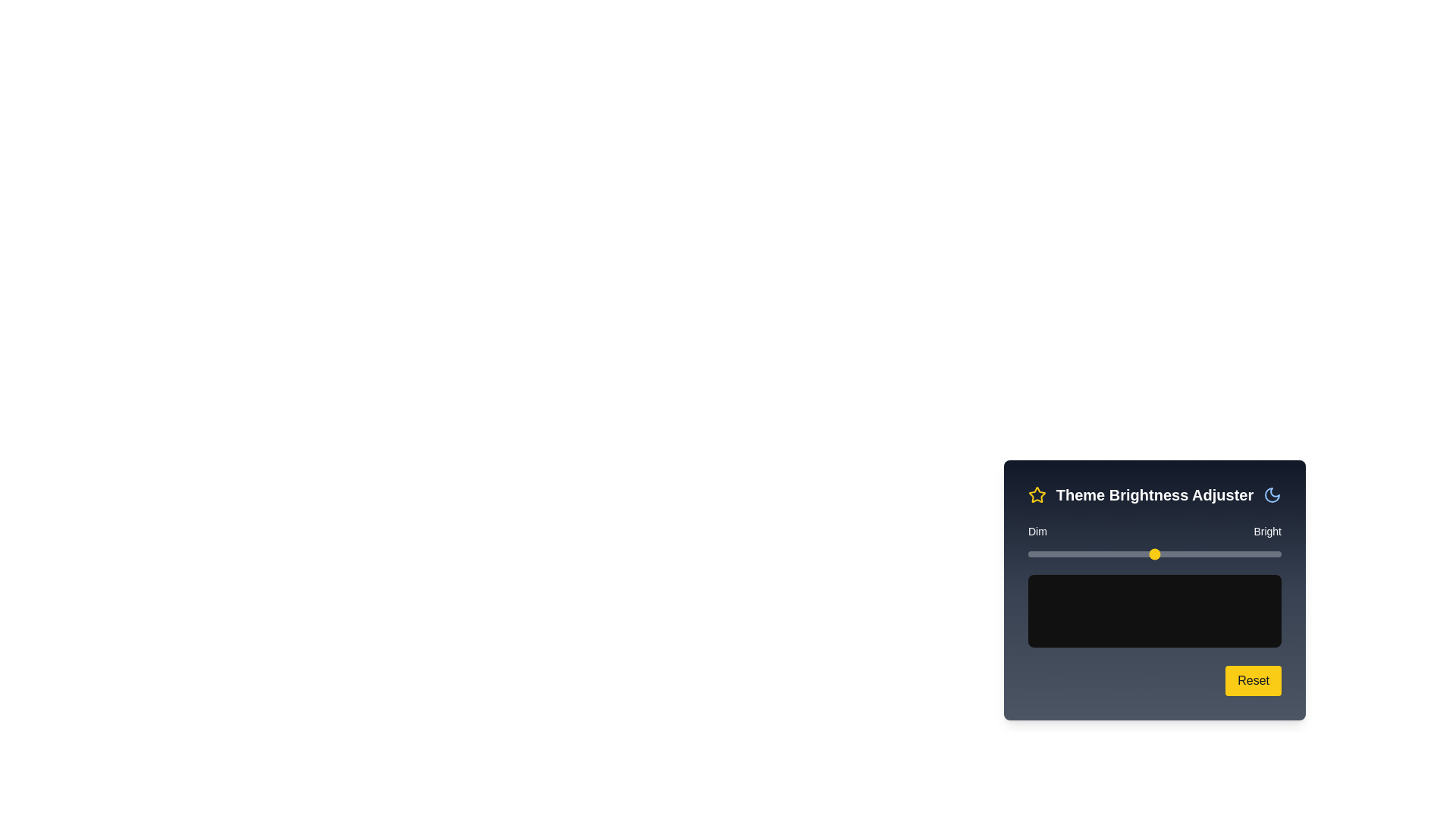 The width and height of the screenshot is (1456, 819). What do you see at coordinates (1278, 554) in the screenshot?
I see `the brightness slider to set the brightness to 99%` at bounding box center [1278, 554].